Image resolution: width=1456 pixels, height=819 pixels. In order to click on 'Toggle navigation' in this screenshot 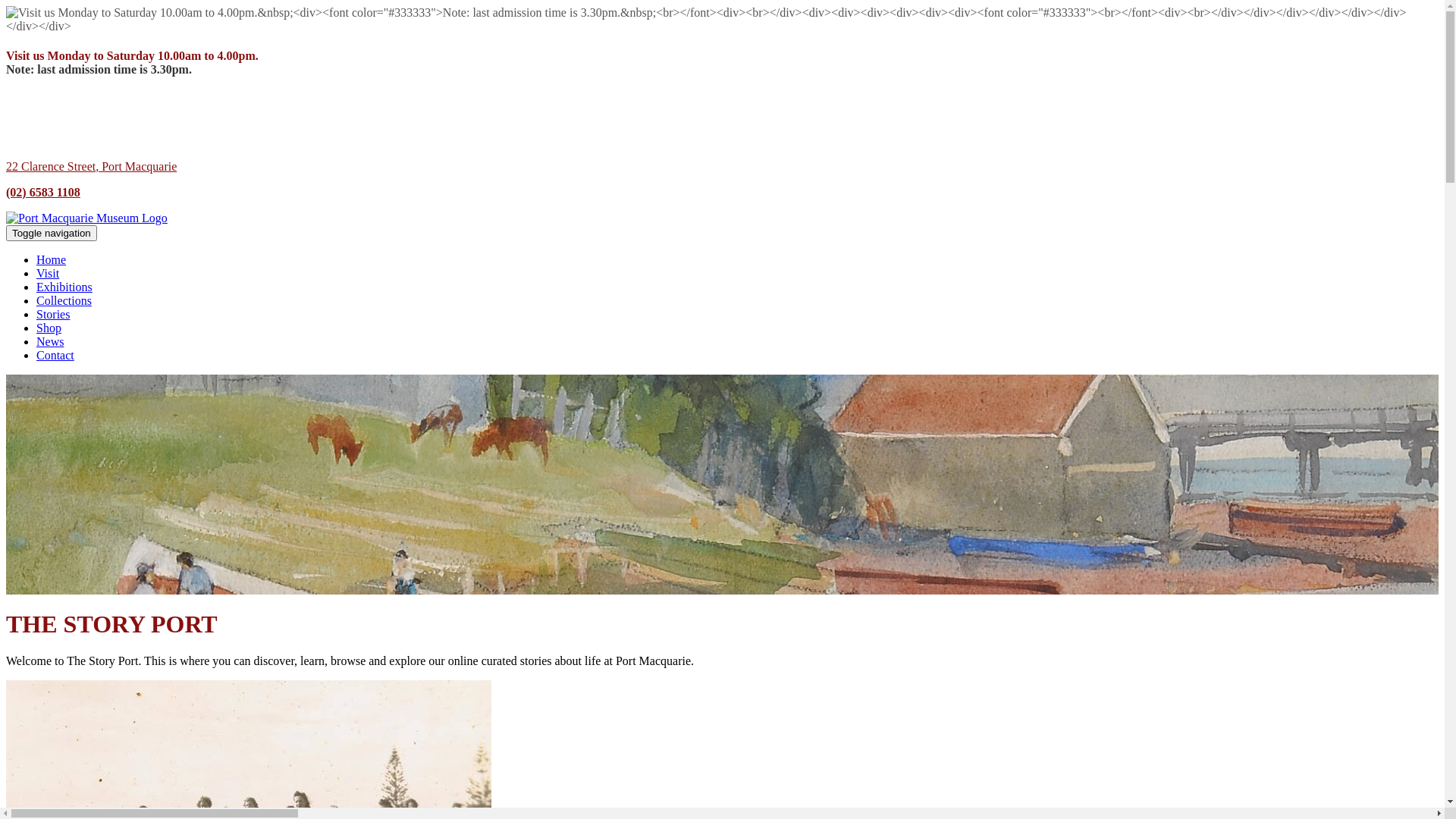, I will do `click(51, 233)`.